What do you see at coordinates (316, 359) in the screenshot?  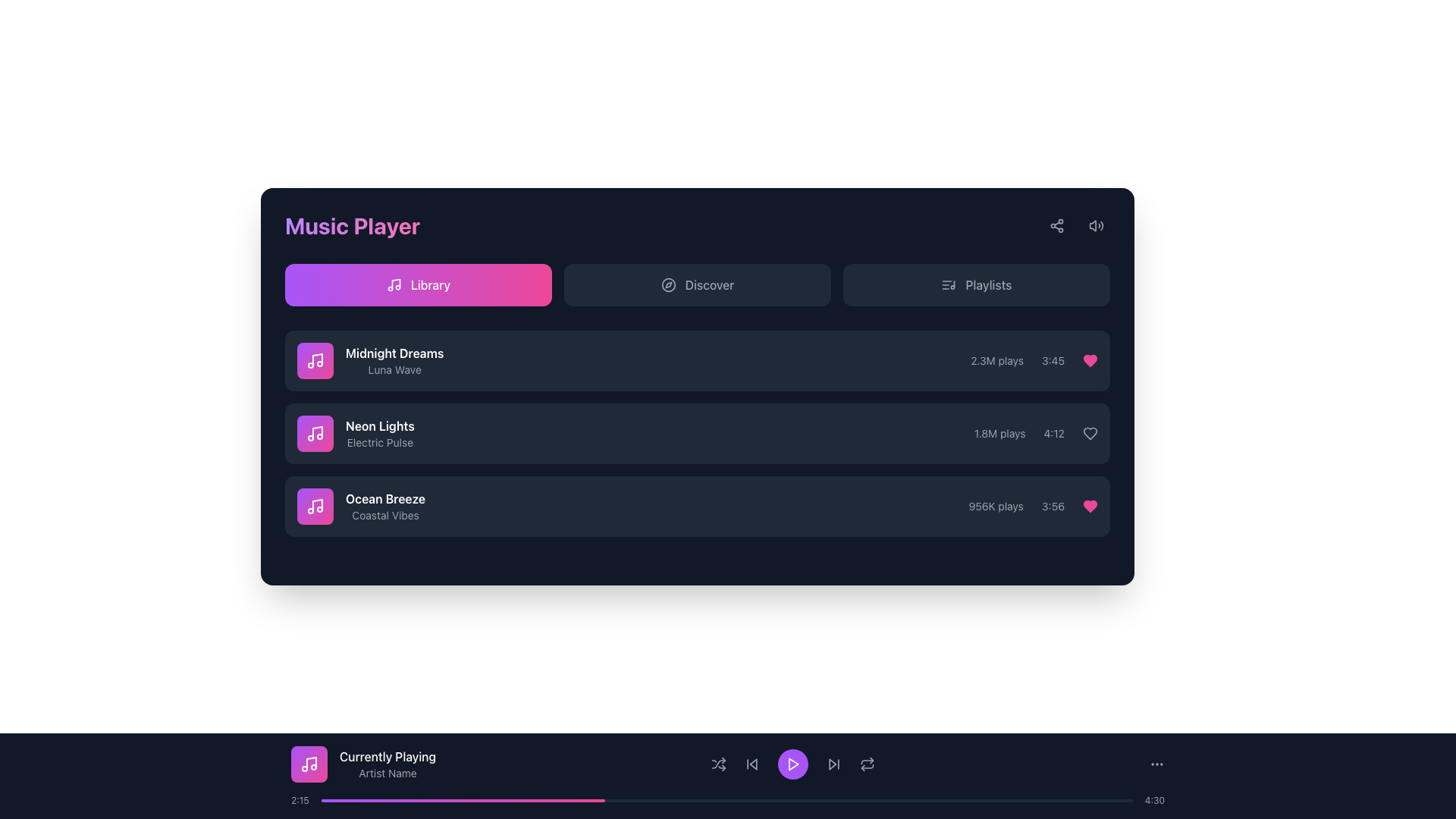 I see `the vertical line component of the music note icon, which is part of the interface for the track row labeled 'Midnight Dreams', situated in the top left section of the music player's interface` at bounding box center [316, 359].